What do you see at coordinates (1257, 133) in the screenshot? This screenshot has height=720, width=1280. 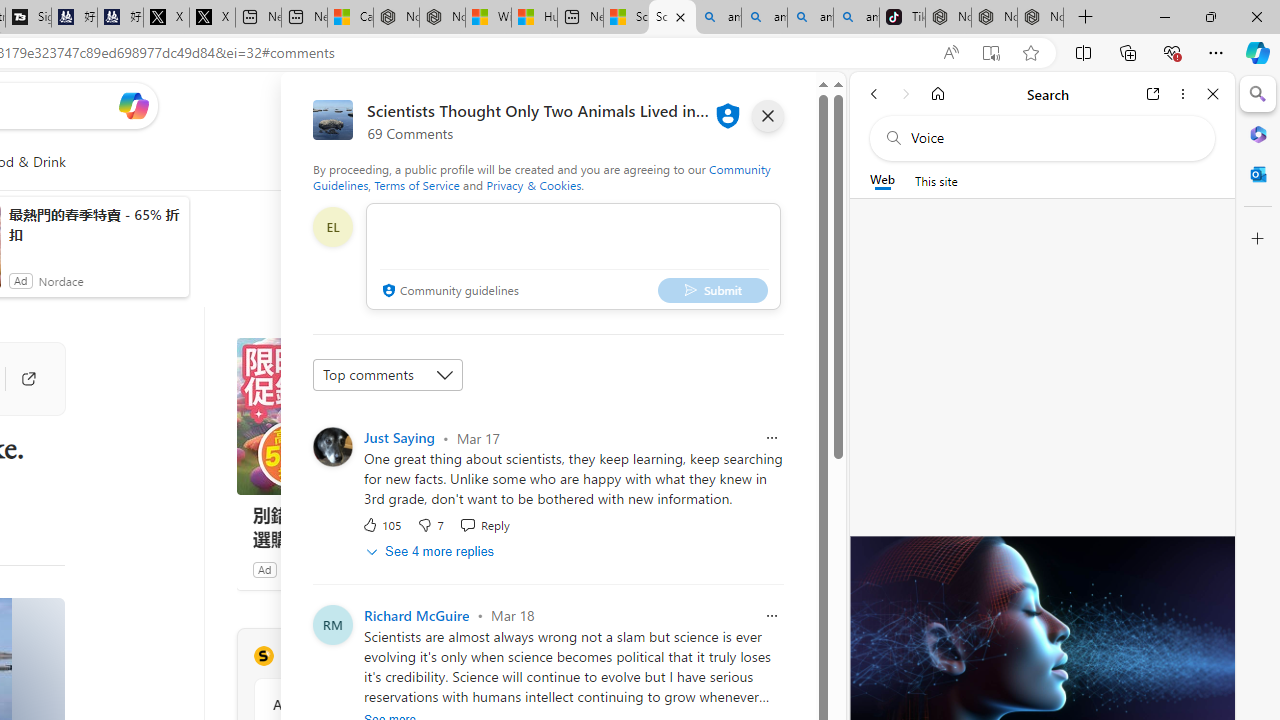 I see `'Microsoft 365'` at bounding box center [1257, 133].